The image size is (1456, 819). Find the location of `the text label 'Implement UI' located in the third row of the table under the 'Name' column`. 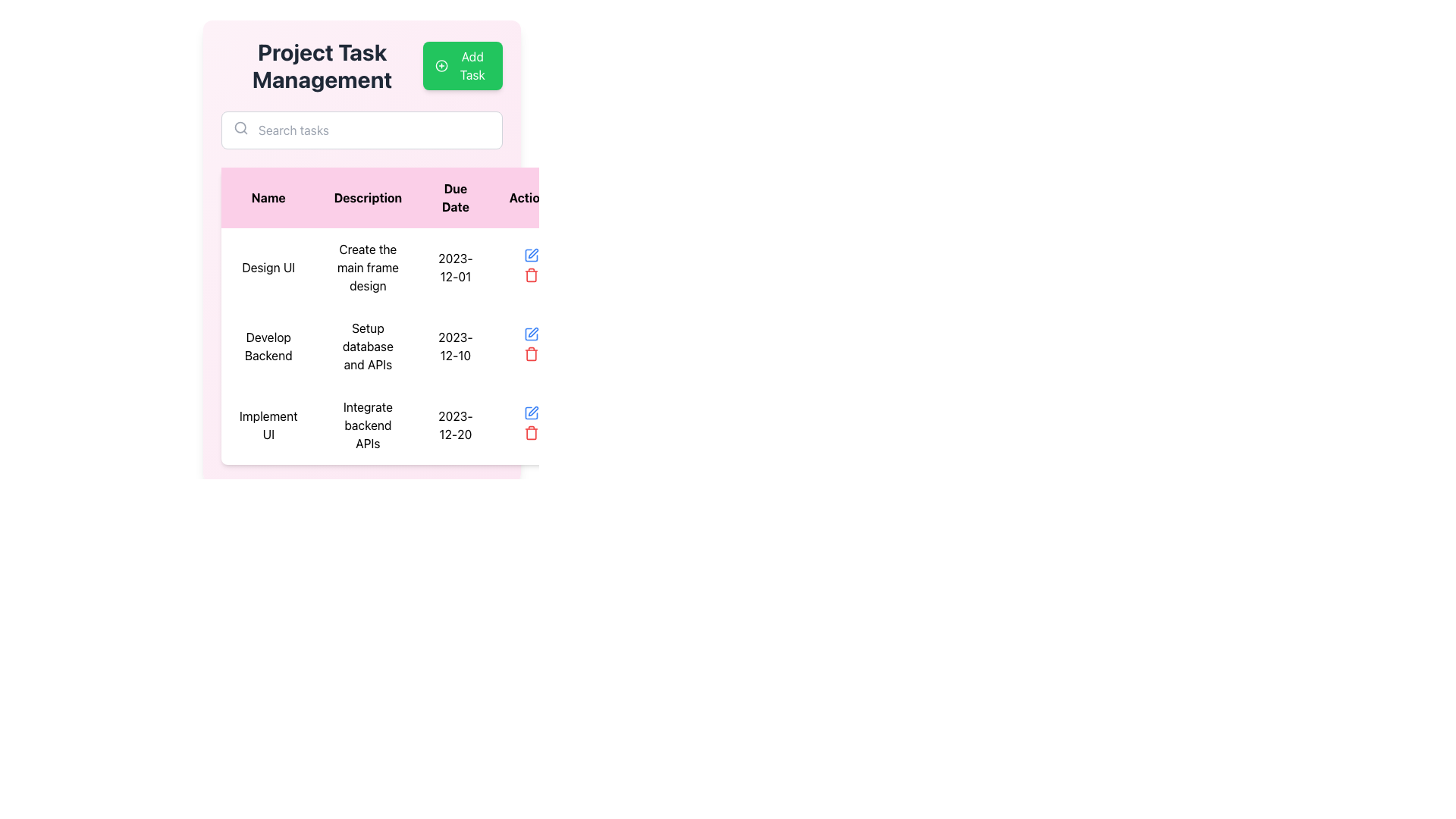

the text label 'Implement UI' located in the third row of the table under the 'Name' column is located at coordinates (268, 425).